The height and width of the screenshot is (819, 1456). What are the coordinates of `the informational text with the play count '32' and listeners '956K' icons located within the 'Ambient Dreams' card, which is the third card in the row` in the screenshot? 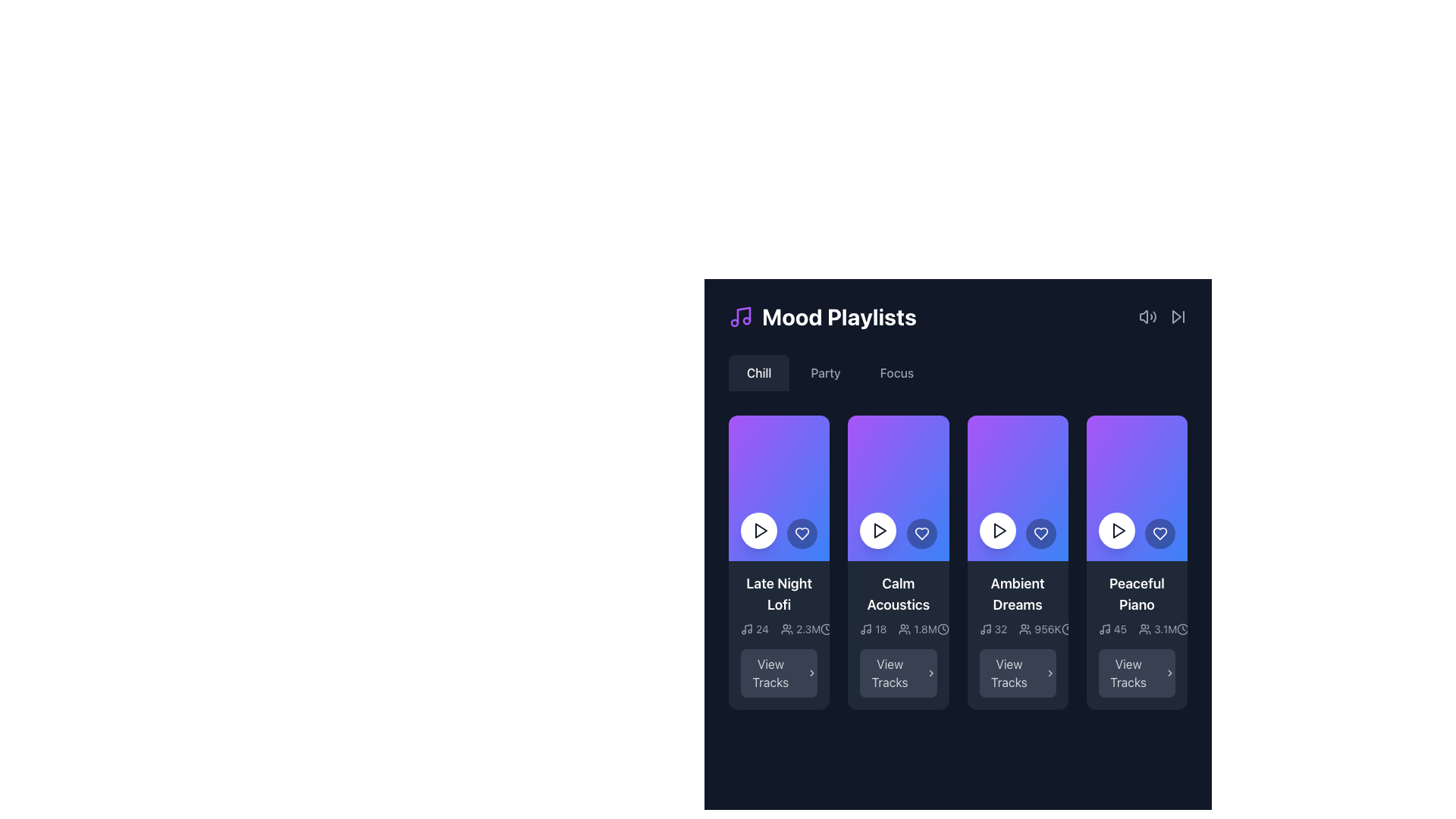 It's located at (1020, 629).